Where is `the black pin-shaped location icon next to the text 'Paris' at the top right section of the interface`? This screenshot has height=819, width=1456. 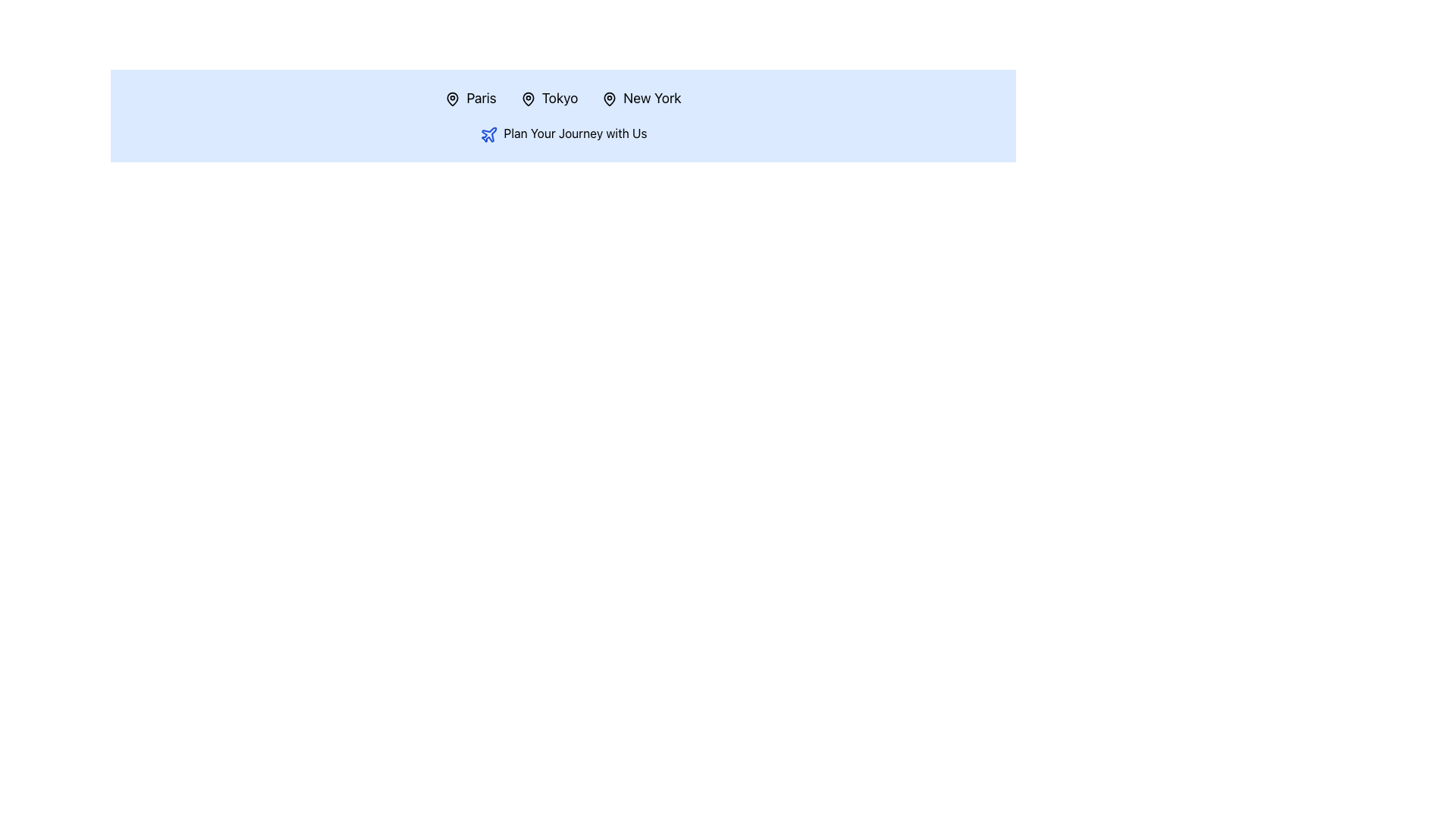
the black pin-shaped location icon next to the text 'Paris' at the top right section of the interface is located at coordinates (452, 99).